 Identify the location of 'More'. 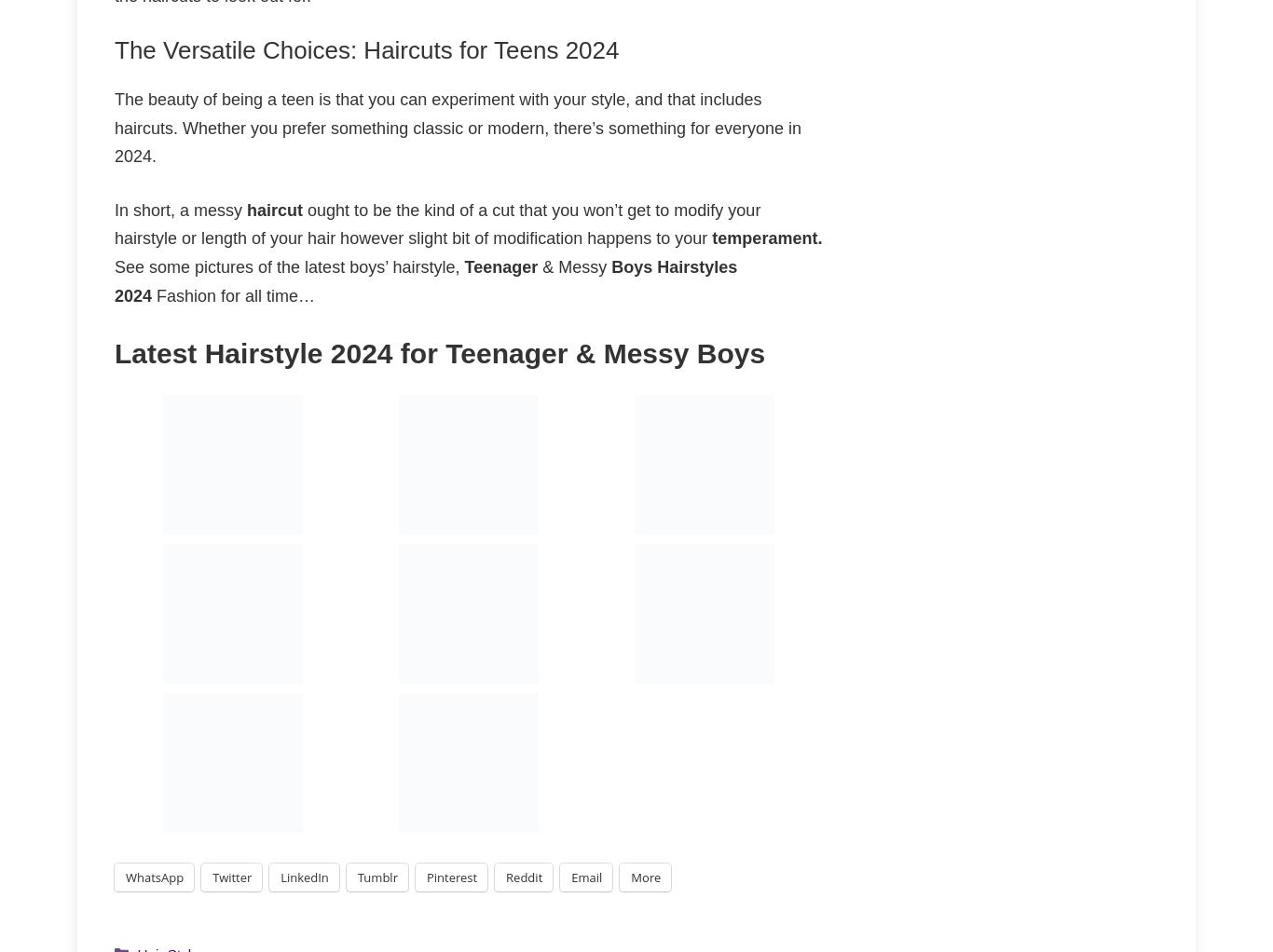
(645, 877).